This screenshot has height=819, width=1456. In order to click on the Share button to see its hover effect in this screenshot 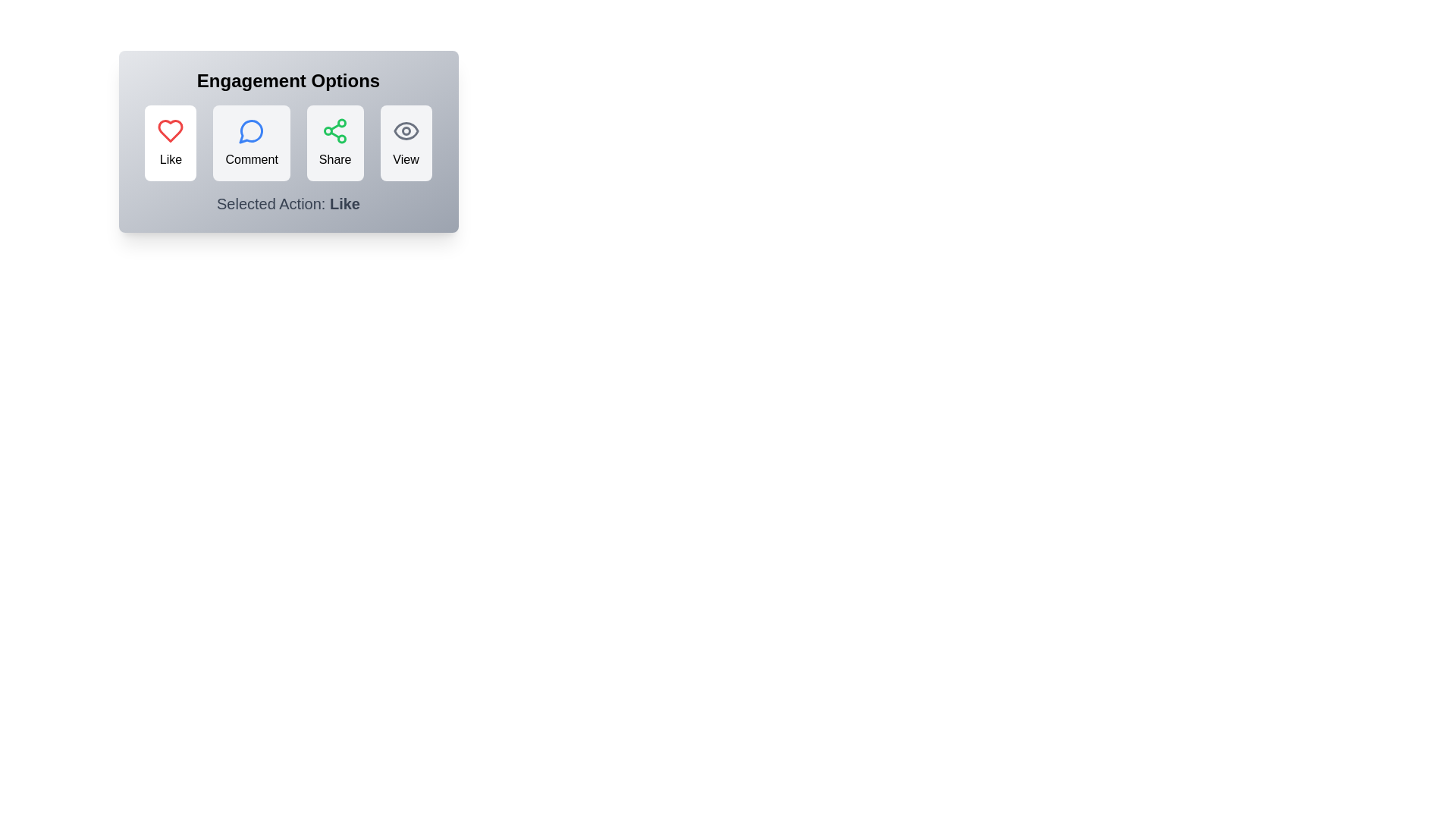, I will do `click(334, 143)`.